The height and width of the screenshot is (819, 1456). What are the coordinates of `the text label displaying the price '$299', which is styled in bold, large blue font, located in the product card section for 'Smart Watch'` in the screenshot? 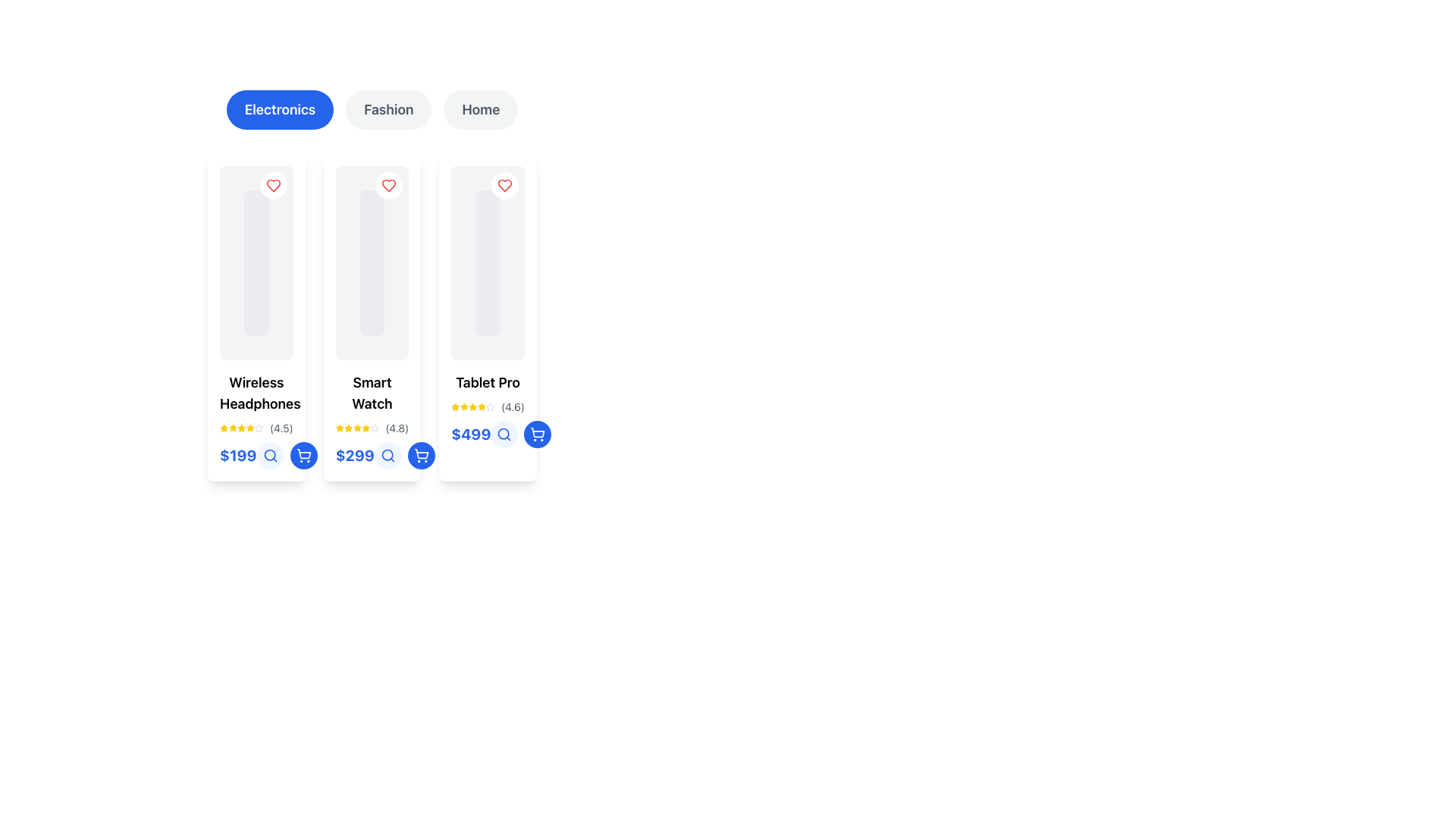 It's located at (354, 455).